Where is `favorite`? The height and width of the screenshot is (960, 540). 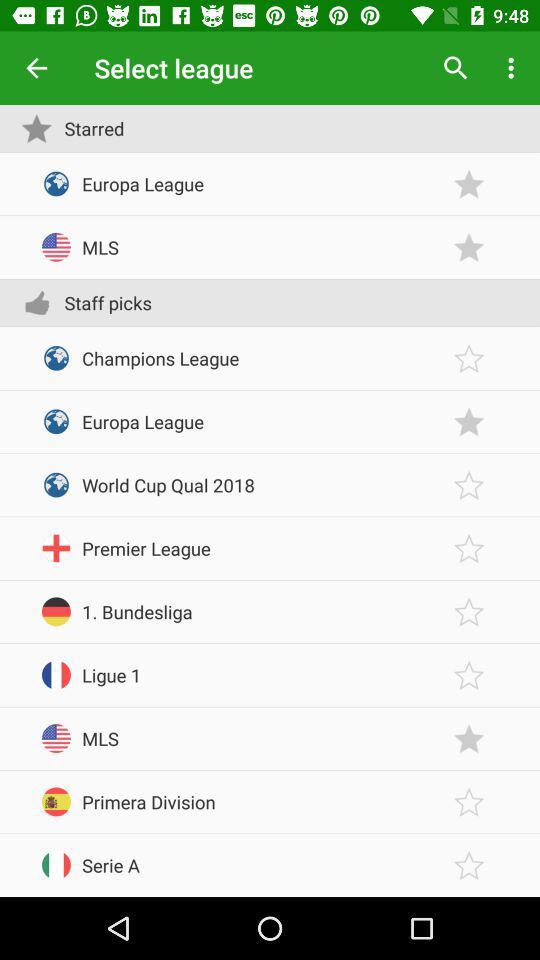 favorite is located at coordinates (469, 358).